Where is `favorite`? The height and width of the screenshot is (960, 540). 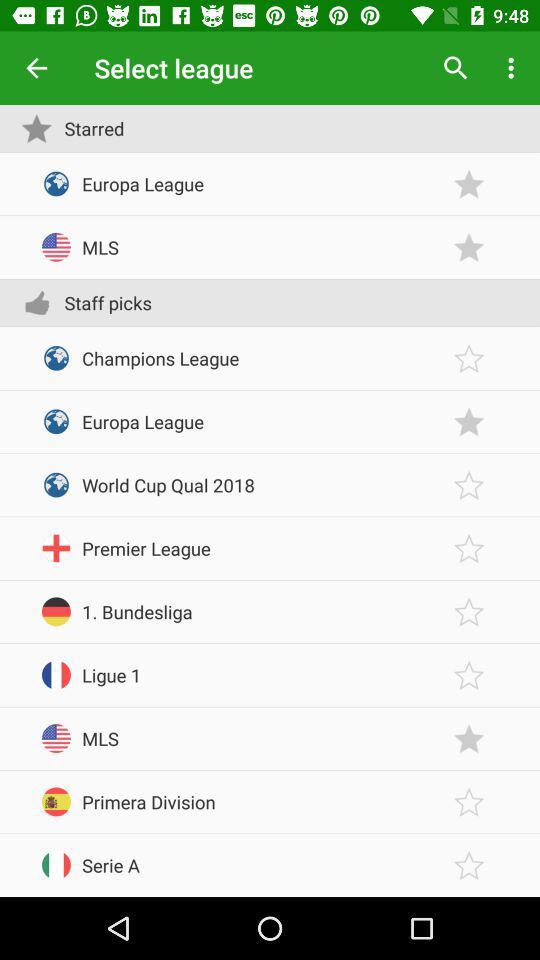 favorite is located at coordinates (469, 358).